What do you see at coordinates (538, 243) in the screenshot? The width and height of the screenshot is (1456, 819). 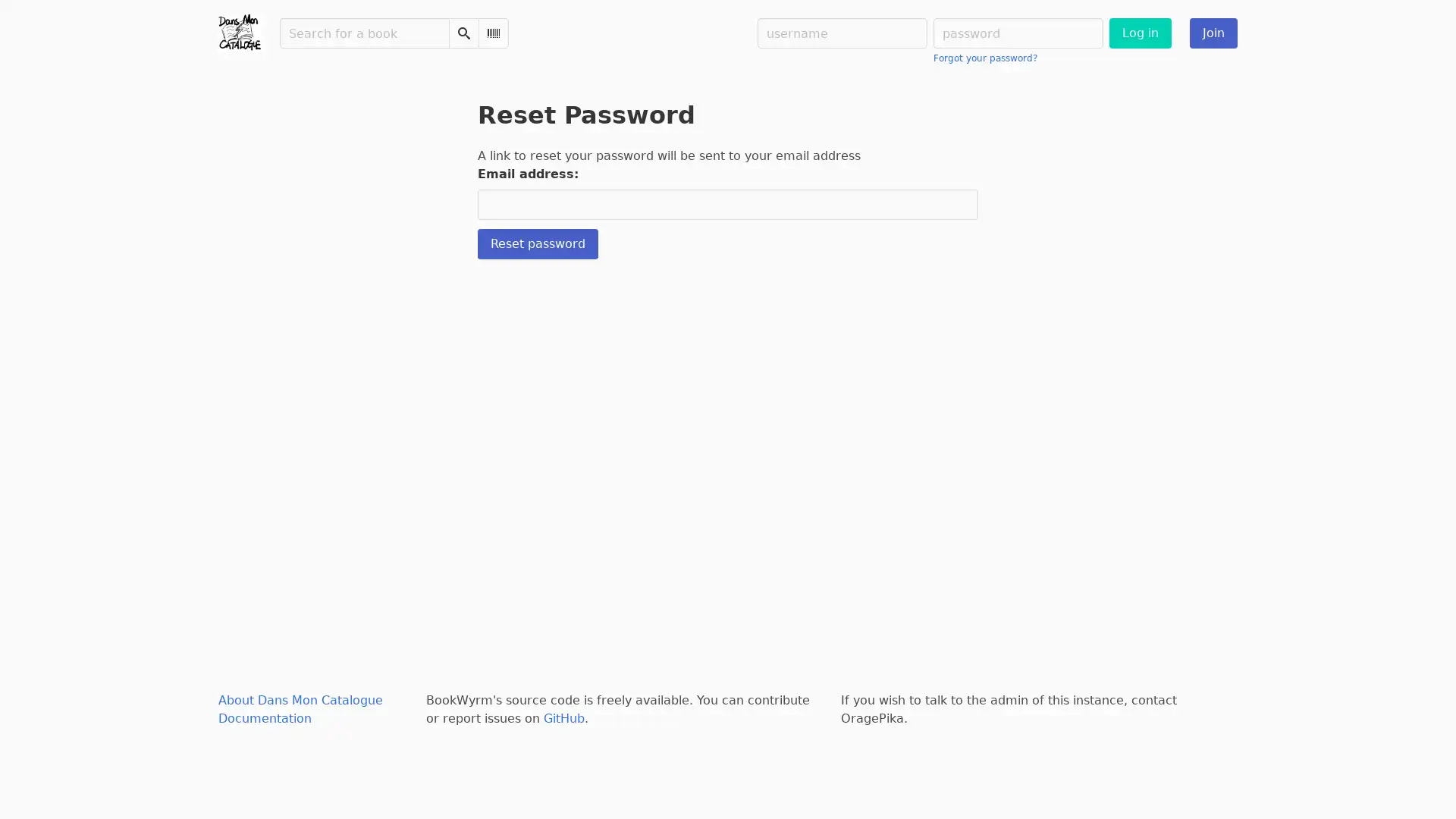 I see `Reset password` at bounding box center [538, 243].